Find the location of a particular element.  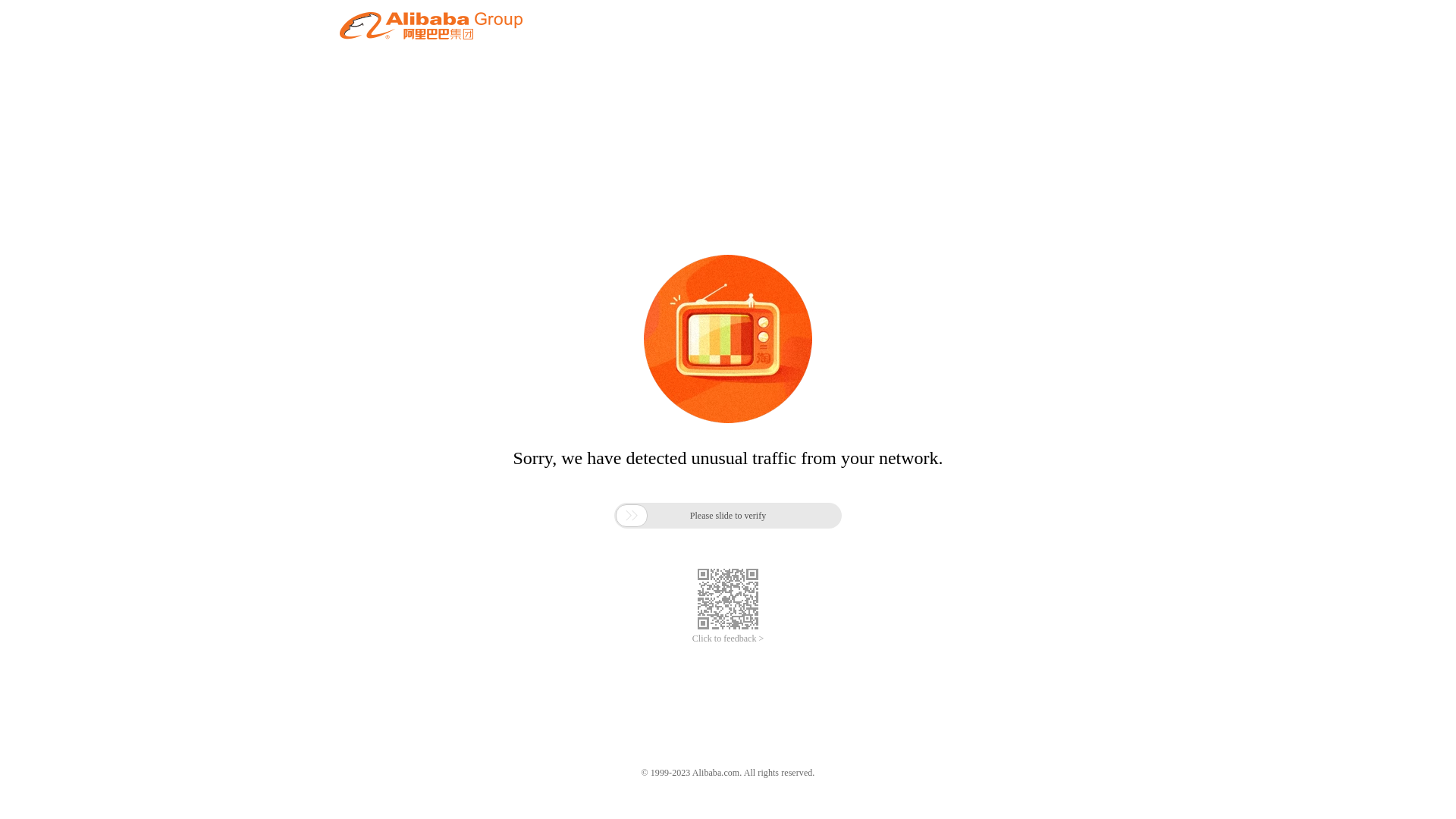

'Click to feedback >' is located at coordinates (728, 639).